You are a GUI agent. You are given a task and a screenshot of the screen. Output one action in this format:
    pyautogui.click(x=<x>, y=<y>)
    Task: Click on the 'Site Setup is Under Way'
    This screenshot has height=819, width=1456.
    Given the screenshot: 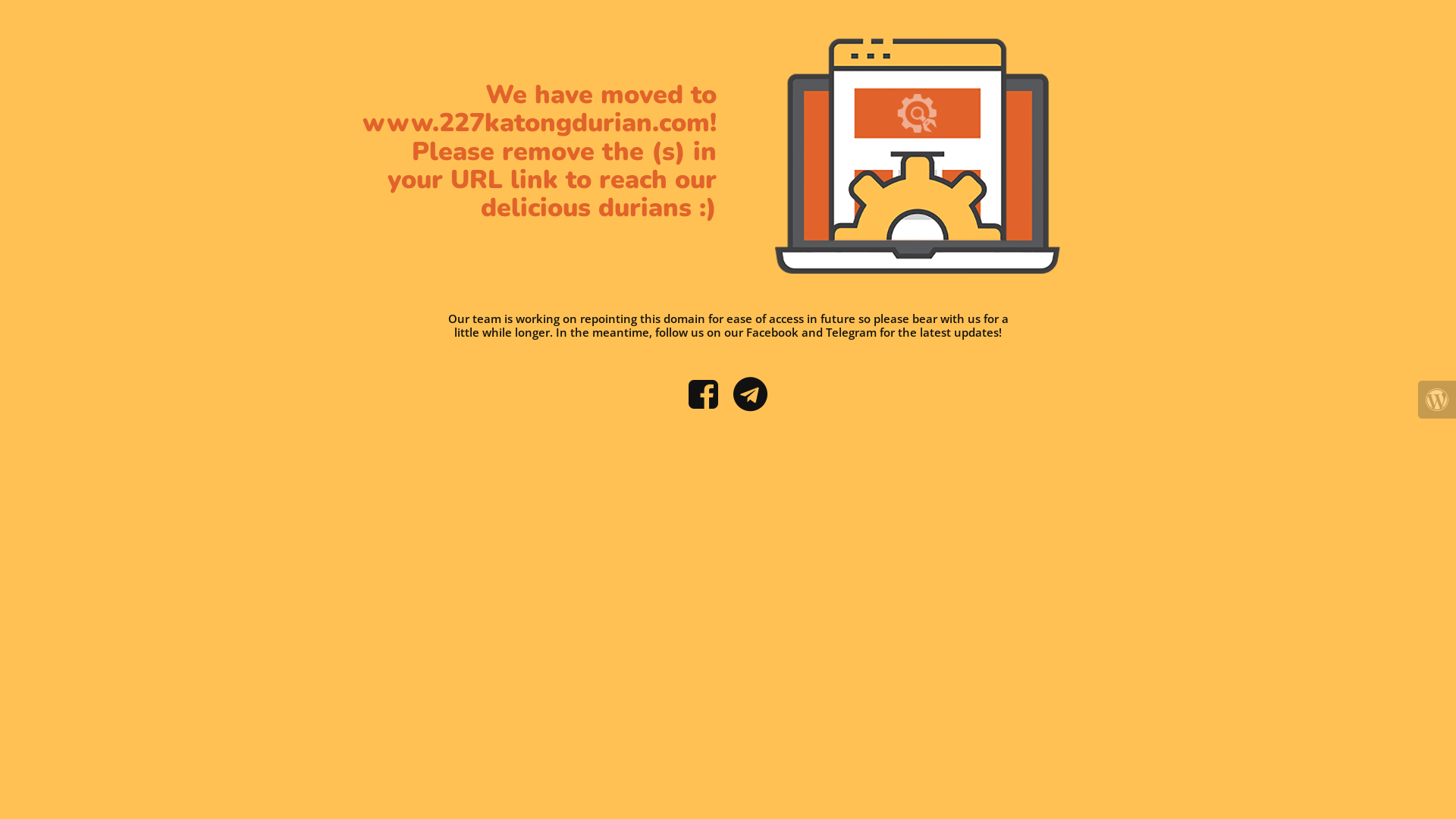 What is the action you would take?
    pyautogui.click(x=916, y=155)
    